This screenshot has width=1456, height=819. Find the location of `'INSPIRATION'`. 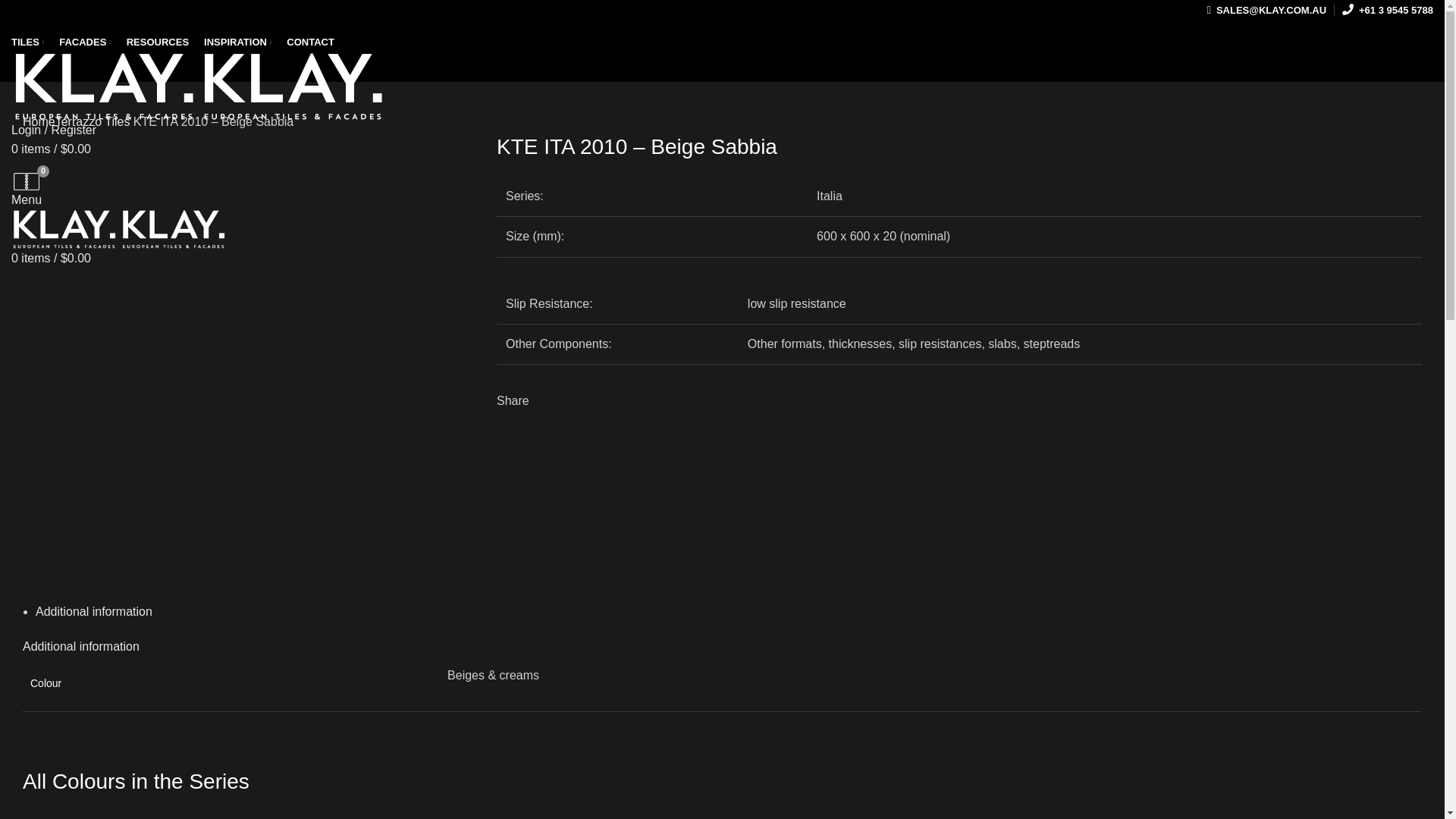

'INSPIRATION' is located at coordinates (237, 42).